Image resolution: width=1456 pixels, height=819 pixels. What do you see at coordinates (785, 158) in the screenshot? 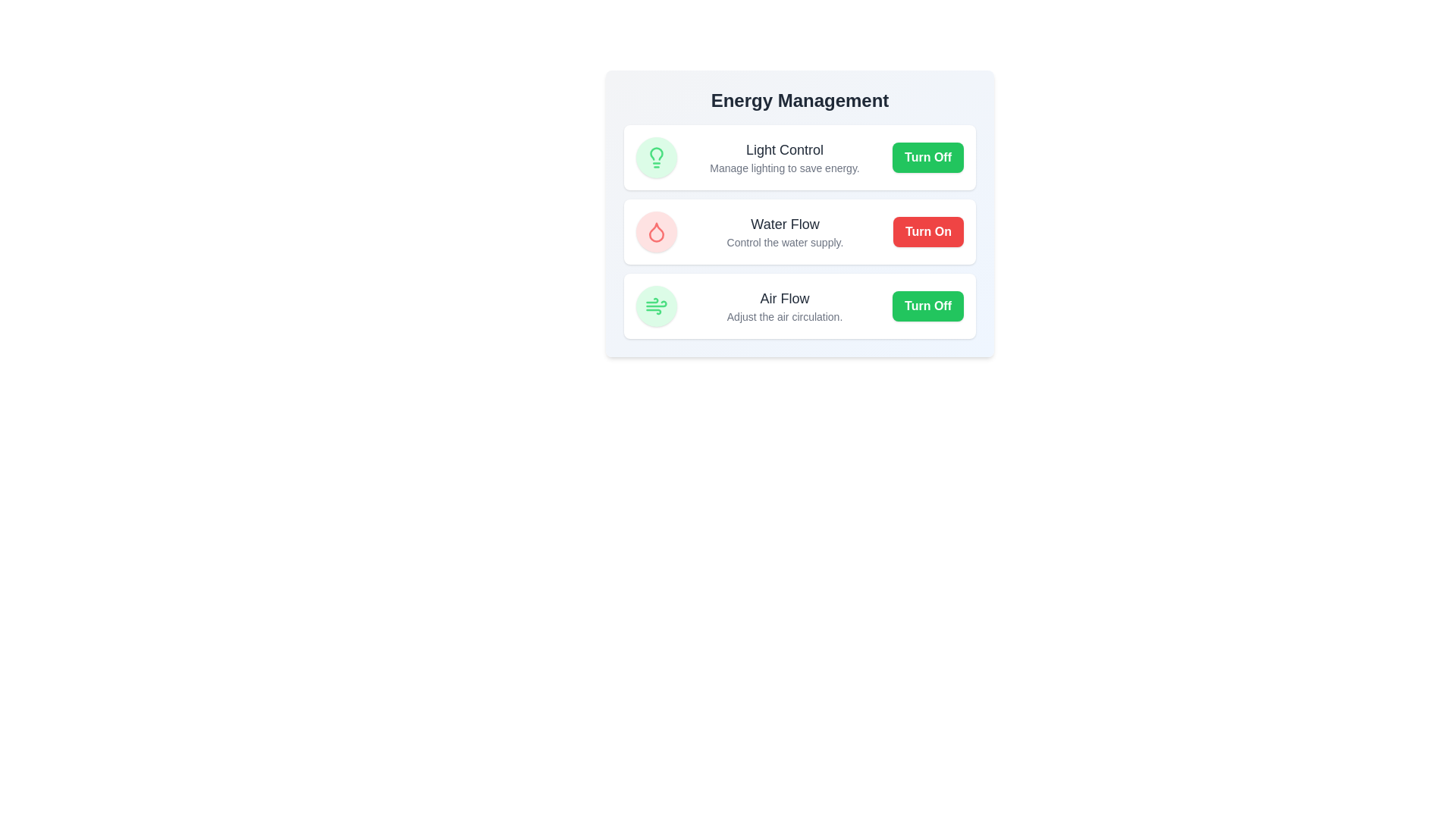
I see `the Informational Label that describes light control, positioned between a green circular icon on the left and a 'Turn Off' button on the right` at bounding box center [785, 158].